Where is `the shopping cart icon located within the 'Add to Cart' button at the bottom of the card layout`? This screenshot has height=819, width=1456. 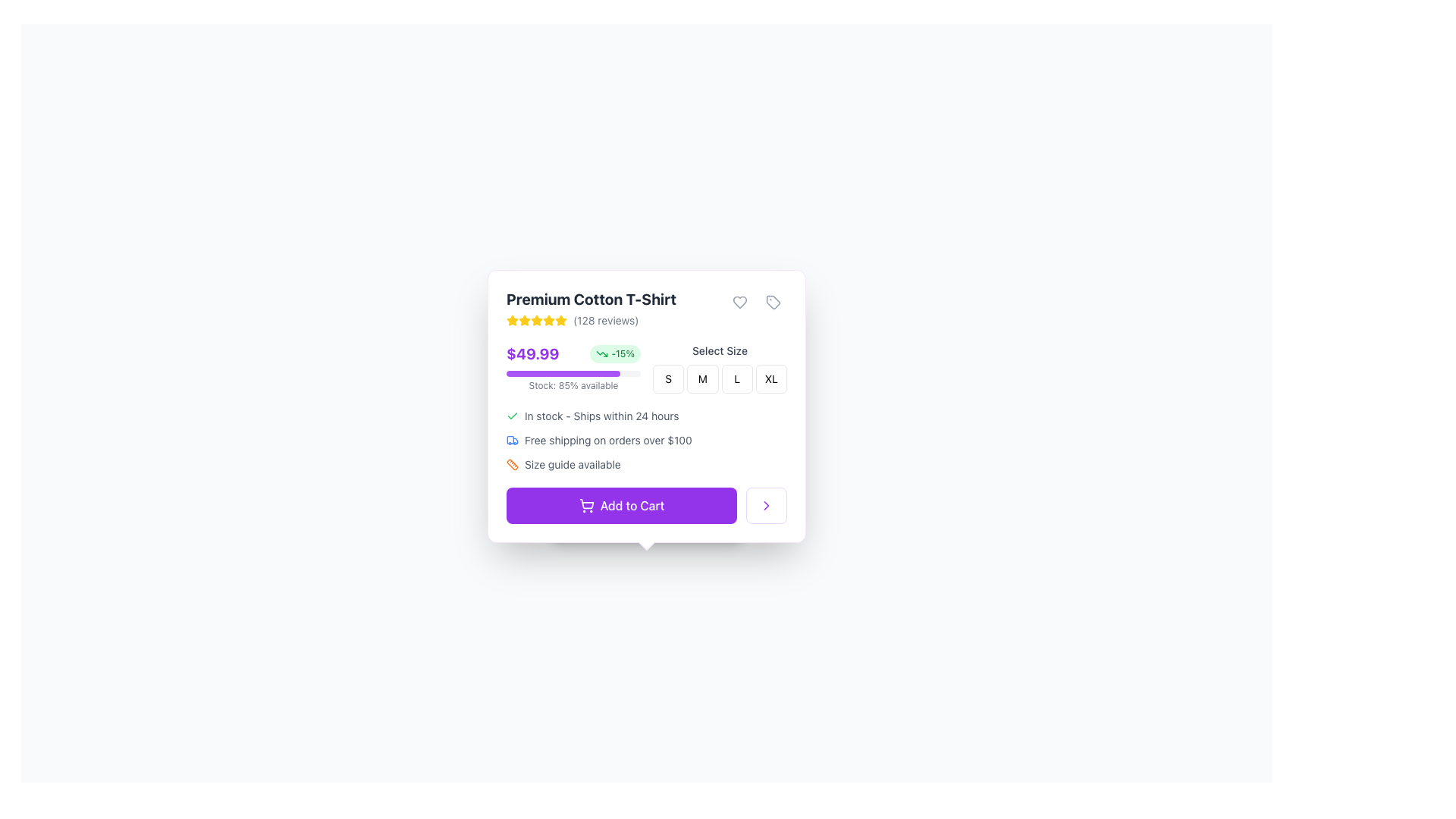 the shopping cart icon located within the 'Add to Cart' button at the bottom of the card layout is located at coordinates (585, 506).